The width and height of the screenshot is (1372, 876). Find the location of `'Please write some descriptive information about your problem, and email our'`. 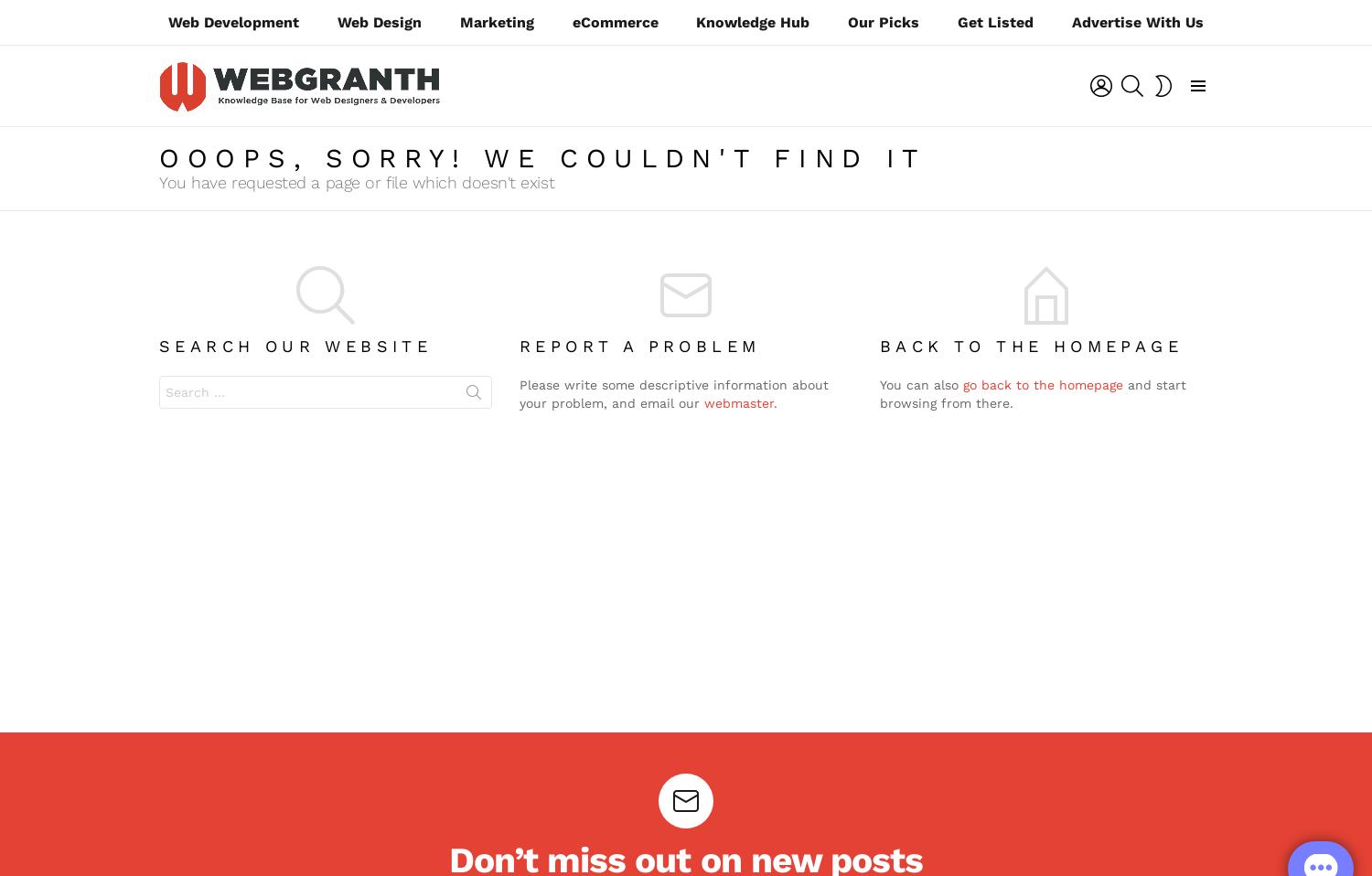

'Please write some descriptive information about your problem, and email our' is located at coordinates (672, 393).